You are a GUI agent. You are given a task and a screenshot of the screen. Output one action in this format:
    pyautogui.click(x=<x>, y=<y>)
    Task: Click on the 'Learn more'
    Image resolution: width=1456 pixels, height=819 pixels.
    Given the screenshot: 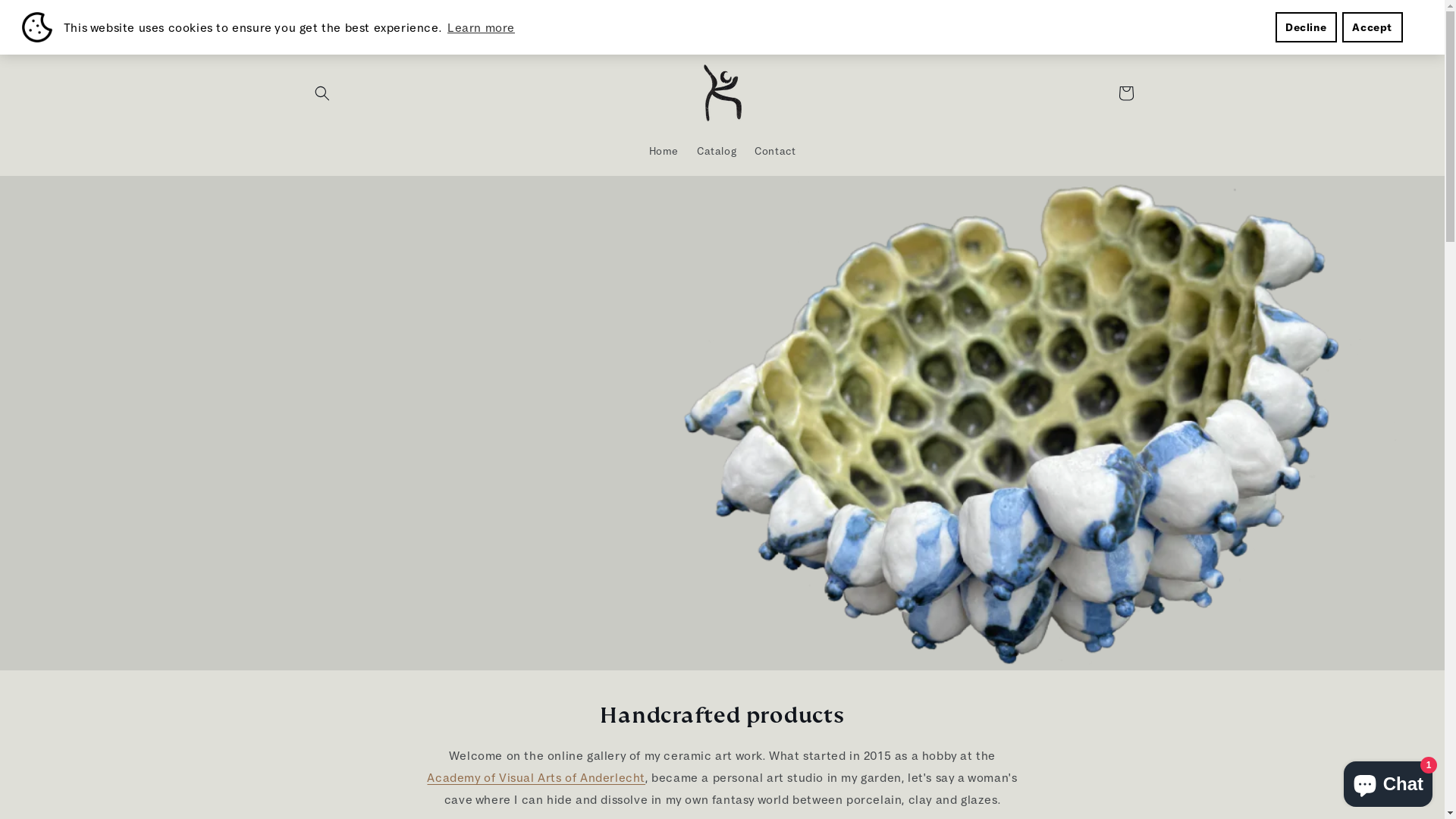 What is the action you would take?
    pyautogui.click(x=444, y=27)
    